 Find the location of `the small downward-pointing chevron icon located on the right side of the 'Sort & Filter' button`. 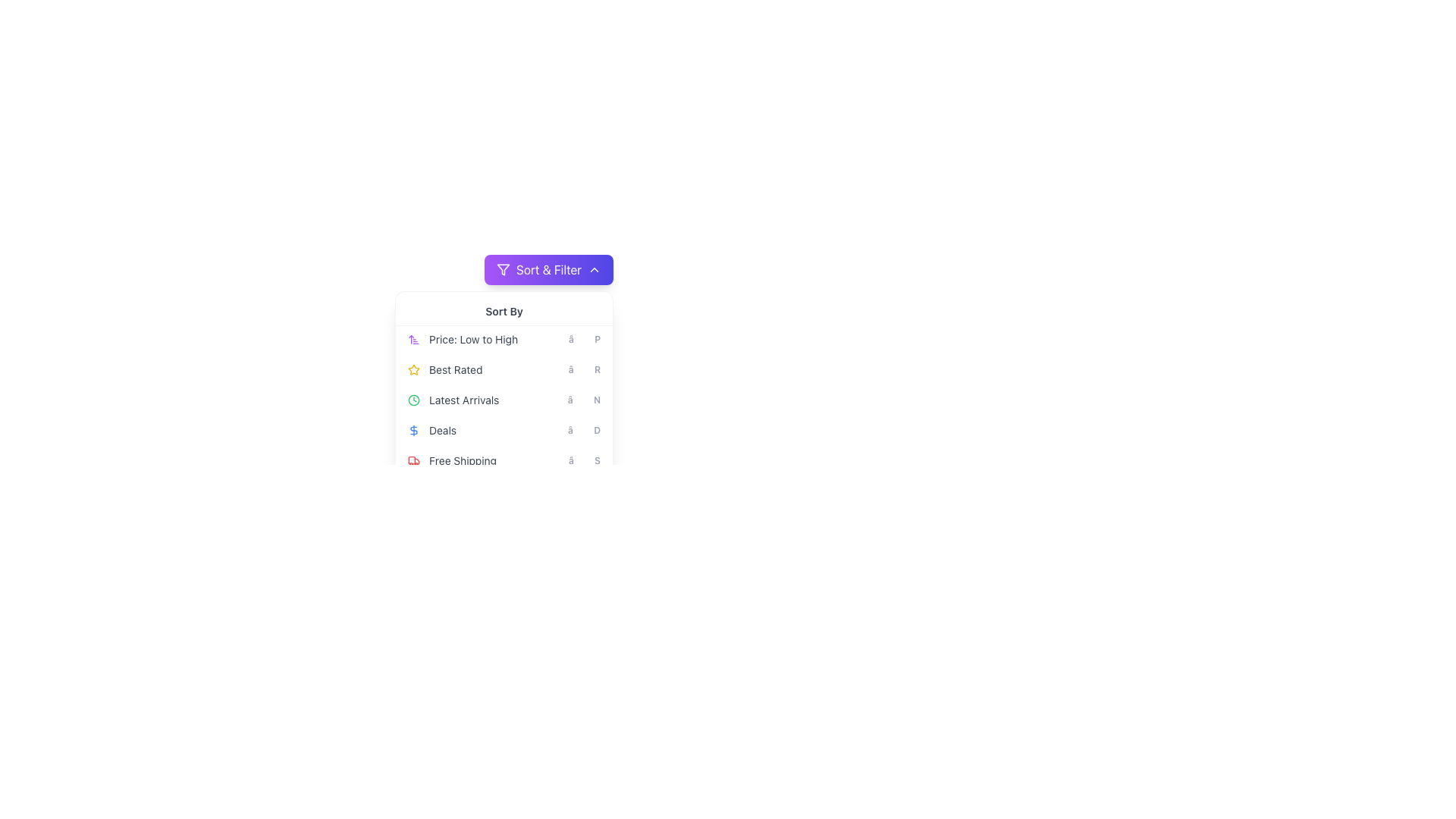

the small downward-pointing chevron icon located on the right side of the 'Sort & Filter' button is located at coordinates (594, 268).